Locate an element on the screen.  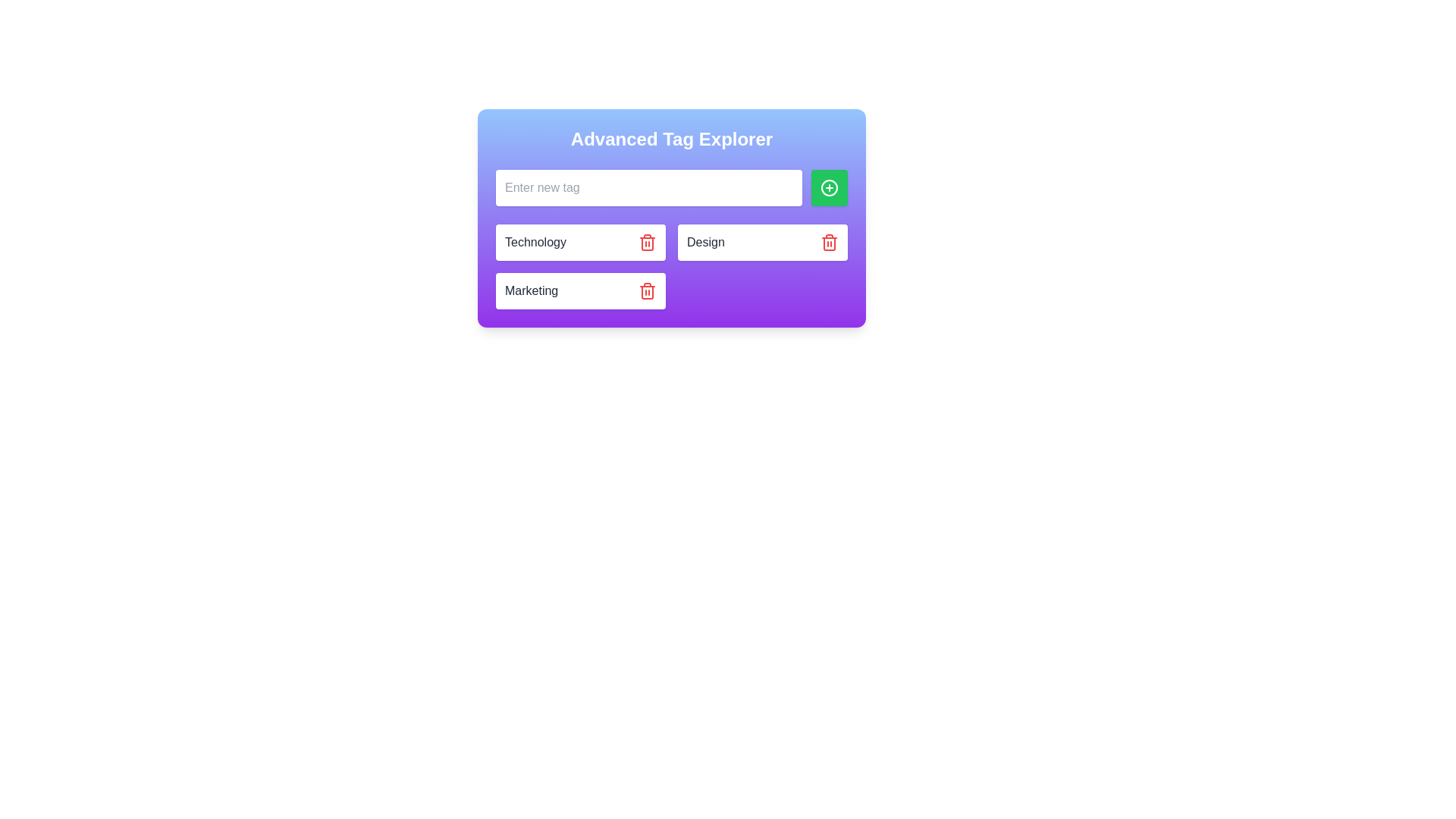
the delete button positioned to the far right of the 'Technology' label is located at coordinates (648, 242).